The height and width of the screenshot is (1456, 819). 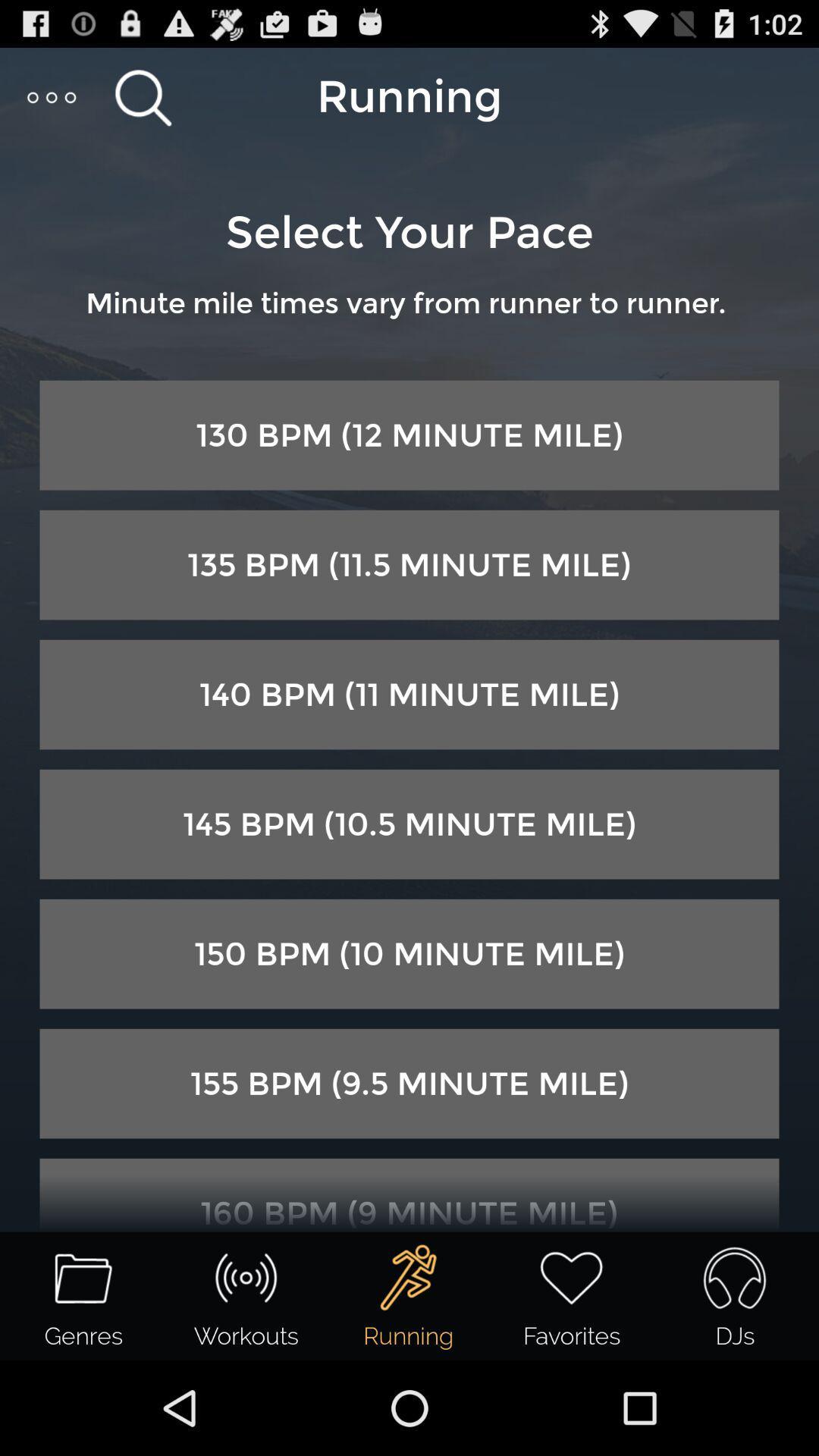 What do you see at coordinates (143, 96) in the screenshot?
I see `search` at bounding box center [143, 96].